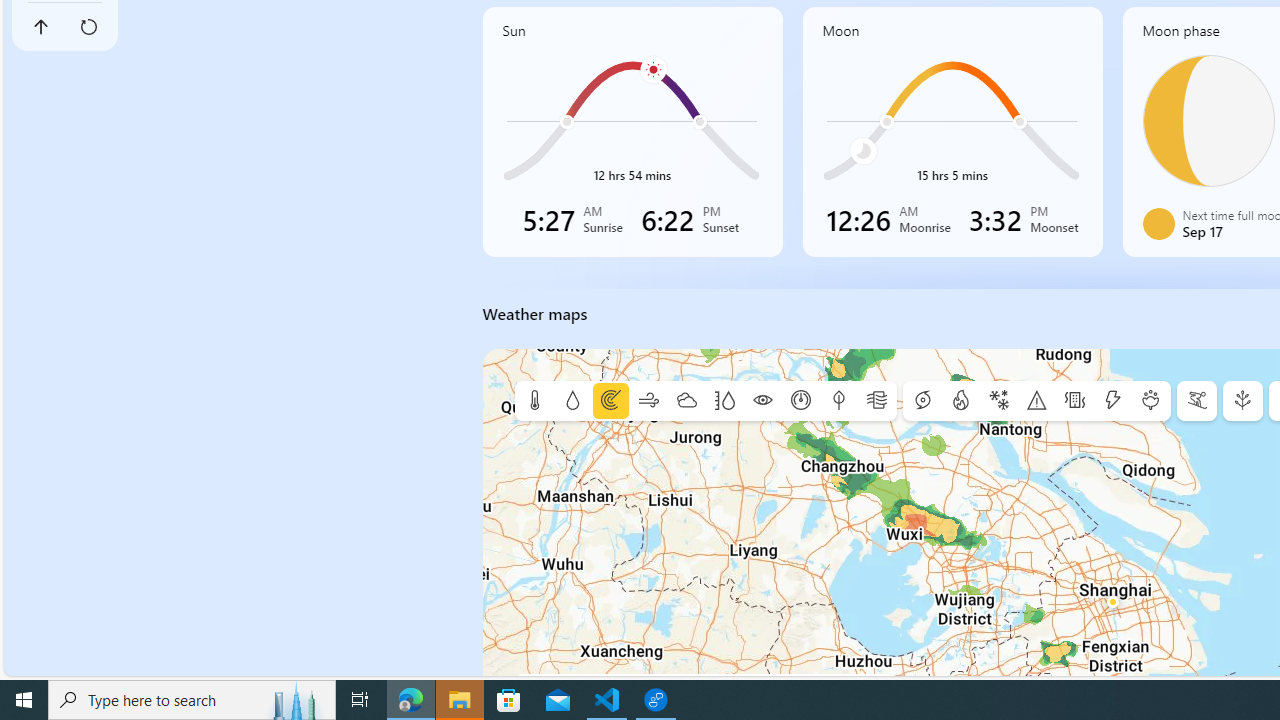 The width and height of the screenshot is (1280, 720). I want to click on 'Winter weather', so click(999, 401).